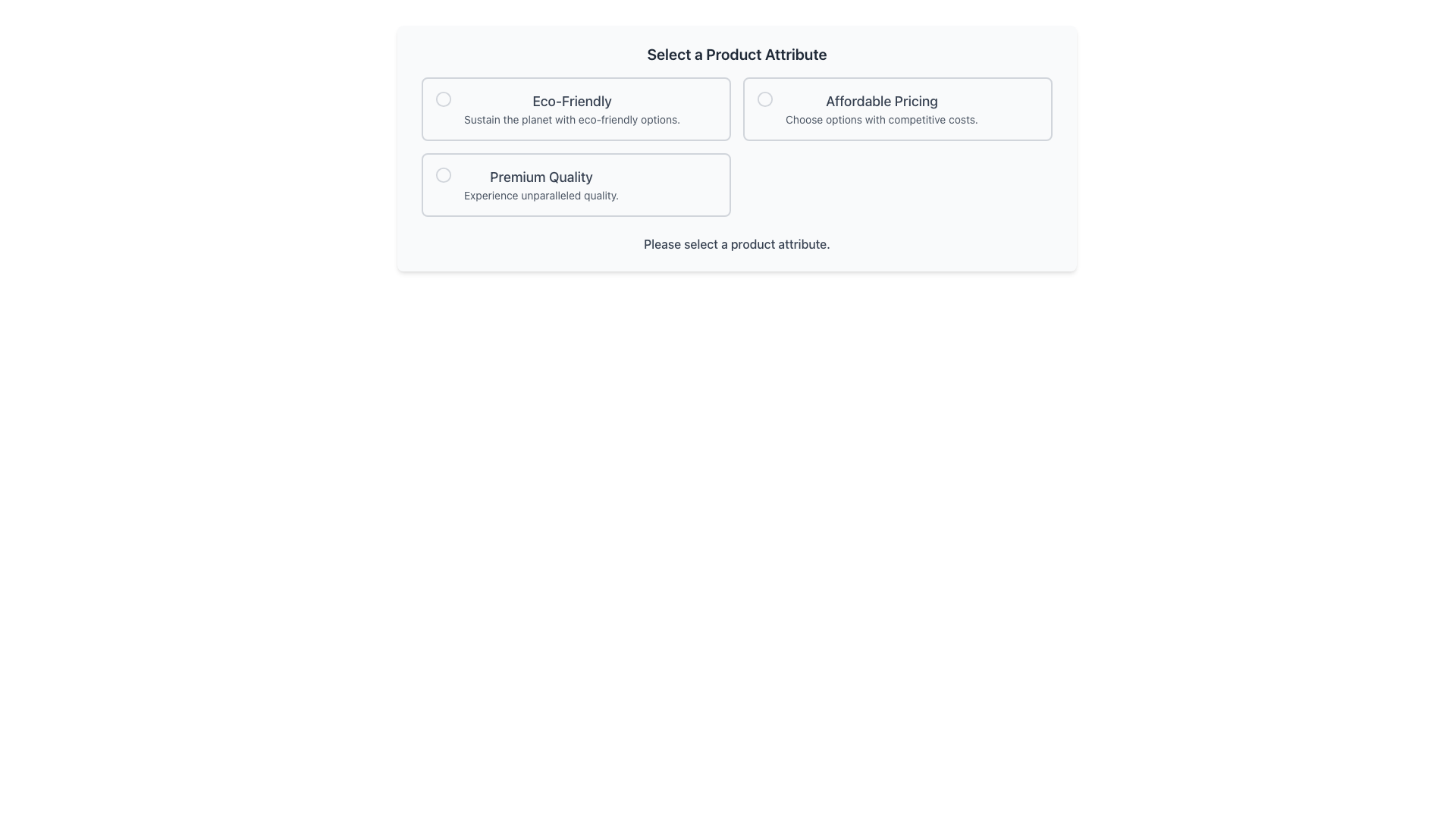 The height and width of the screenshot is (819, 1456). I want to click on the static text label that reads 'Sustain the planet with eco-friendly options.' located below the 'Eco-Friendly' header in the leftmost option card, so click(571, 119).